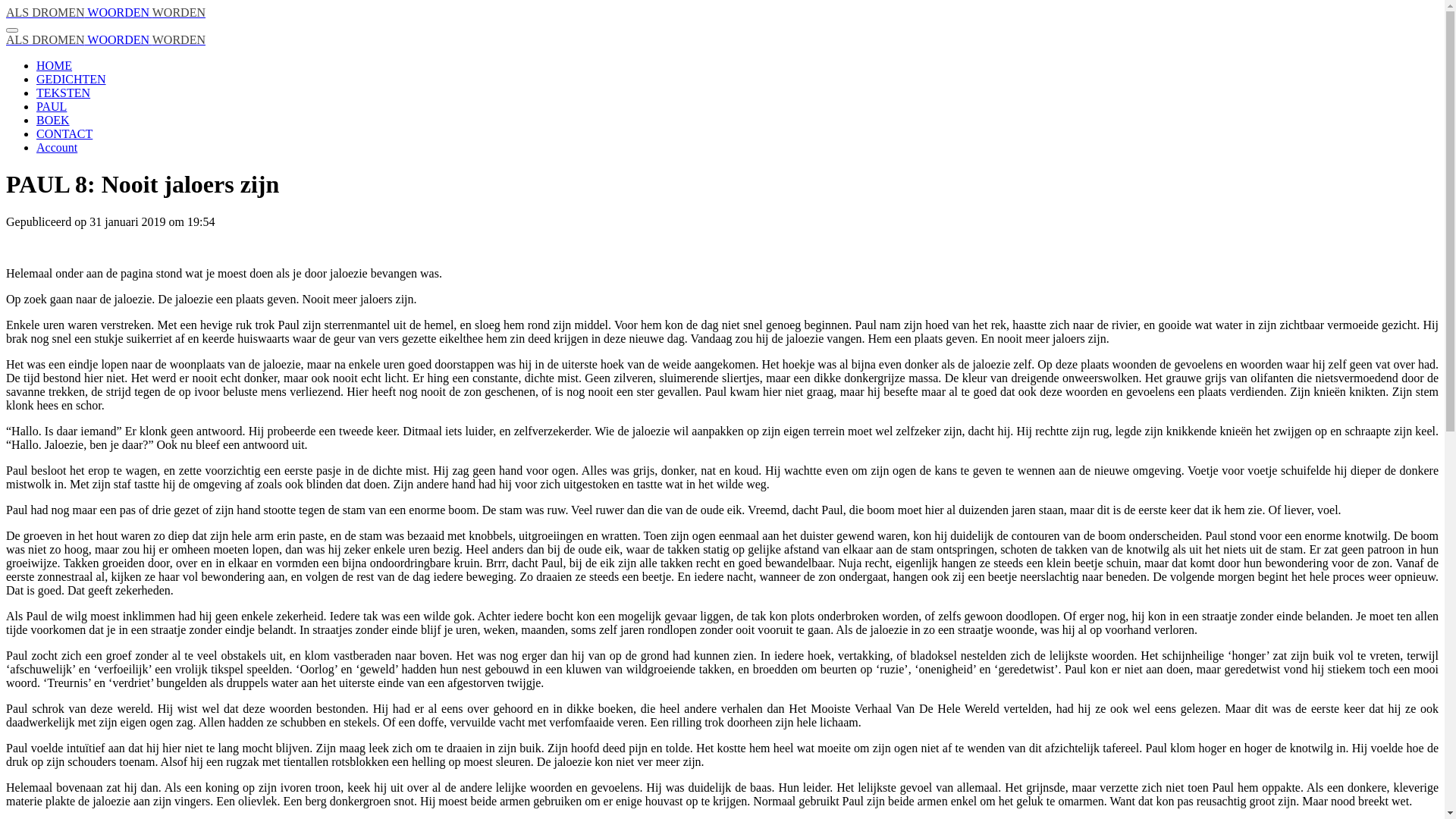 The height and width of the screenshot is (819, 1456). What do you see at coordinates (53, 119) in the screenshot?
I see `'BOEK'` at bounding box center [53, 119].